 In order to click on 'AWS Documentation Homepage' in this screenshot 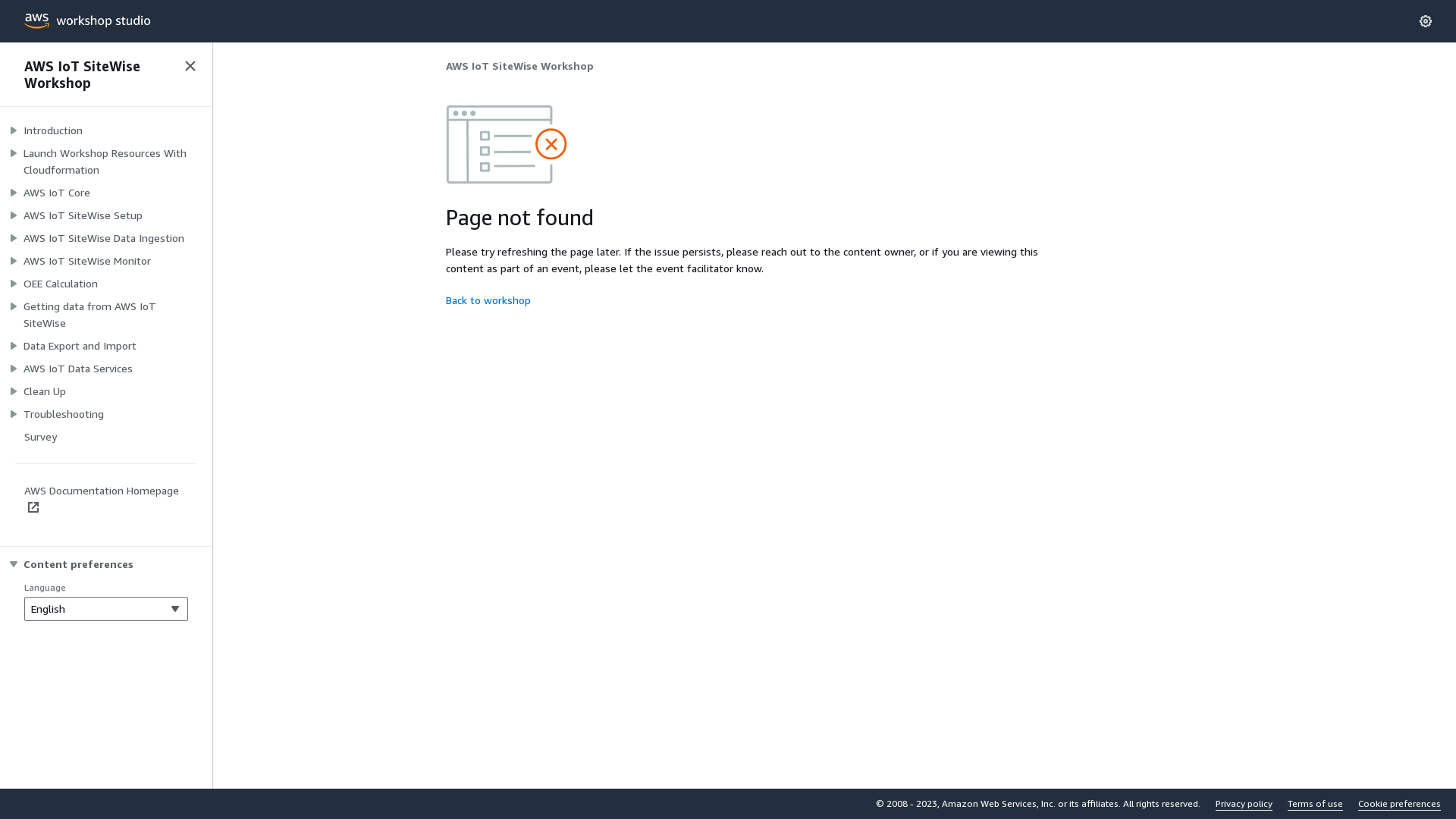, I will do `click(101, 498)`.